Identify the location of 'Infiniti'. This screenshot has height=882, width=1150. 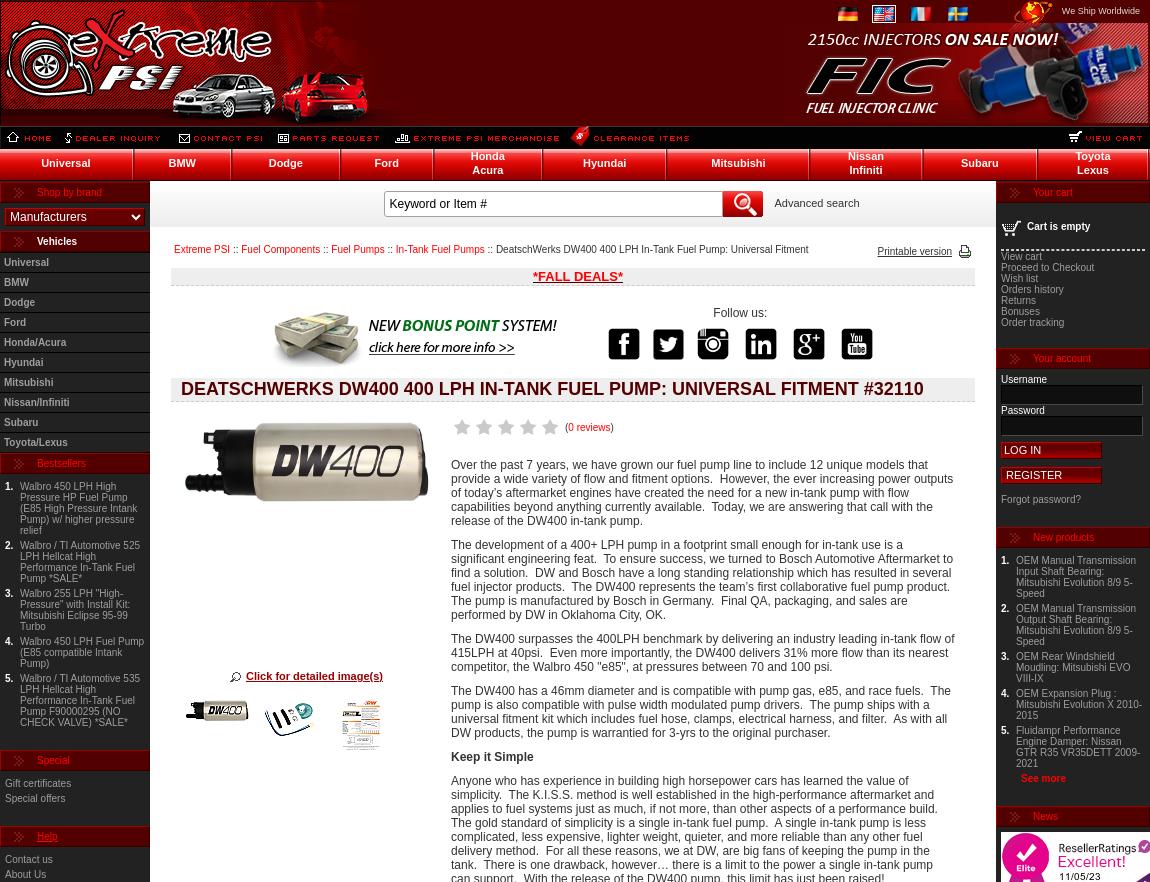
(865, 168).